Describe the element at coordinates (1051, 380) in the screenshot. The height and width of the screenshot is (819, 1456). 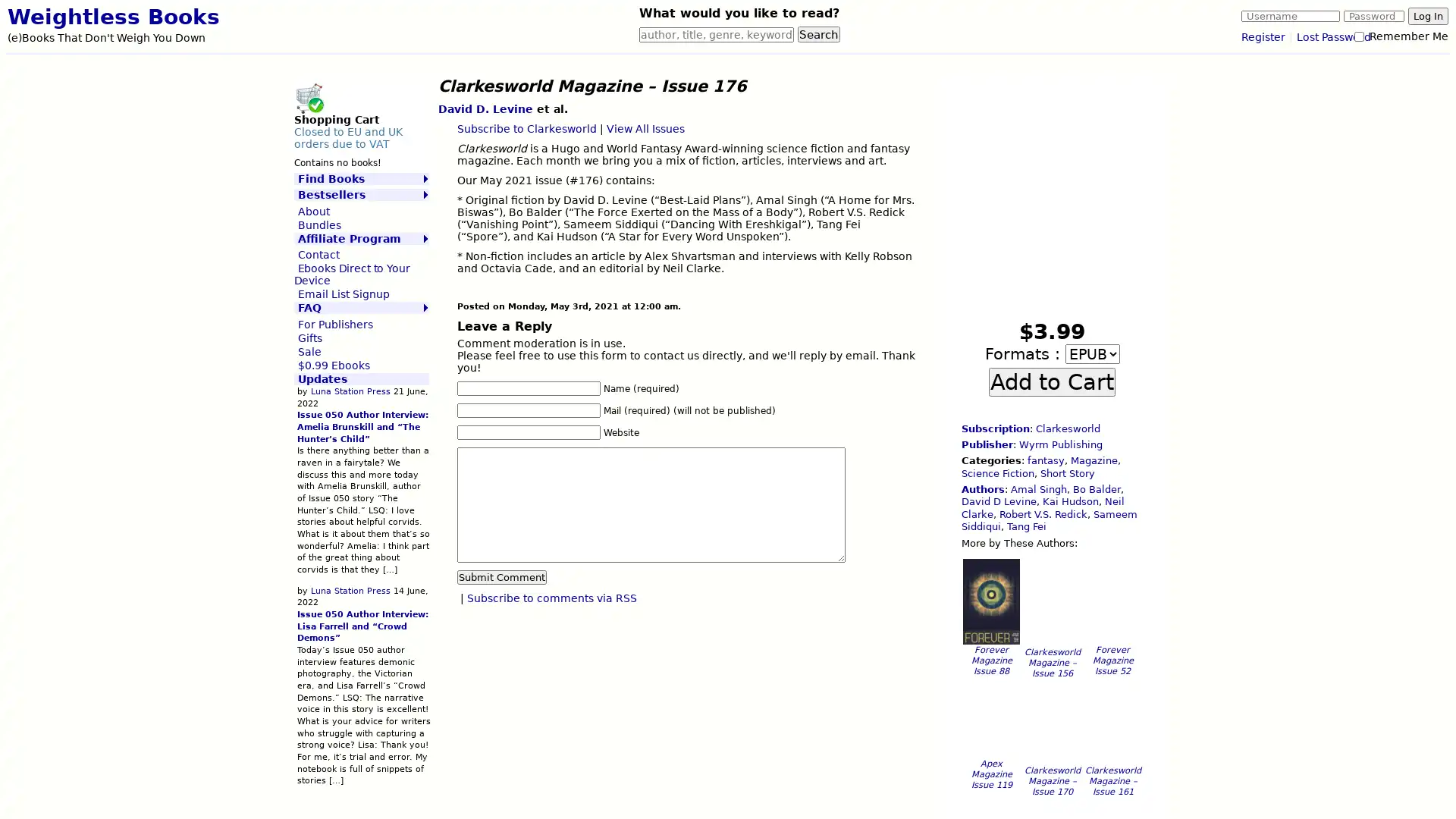
I see `Add to Cart` at that location.